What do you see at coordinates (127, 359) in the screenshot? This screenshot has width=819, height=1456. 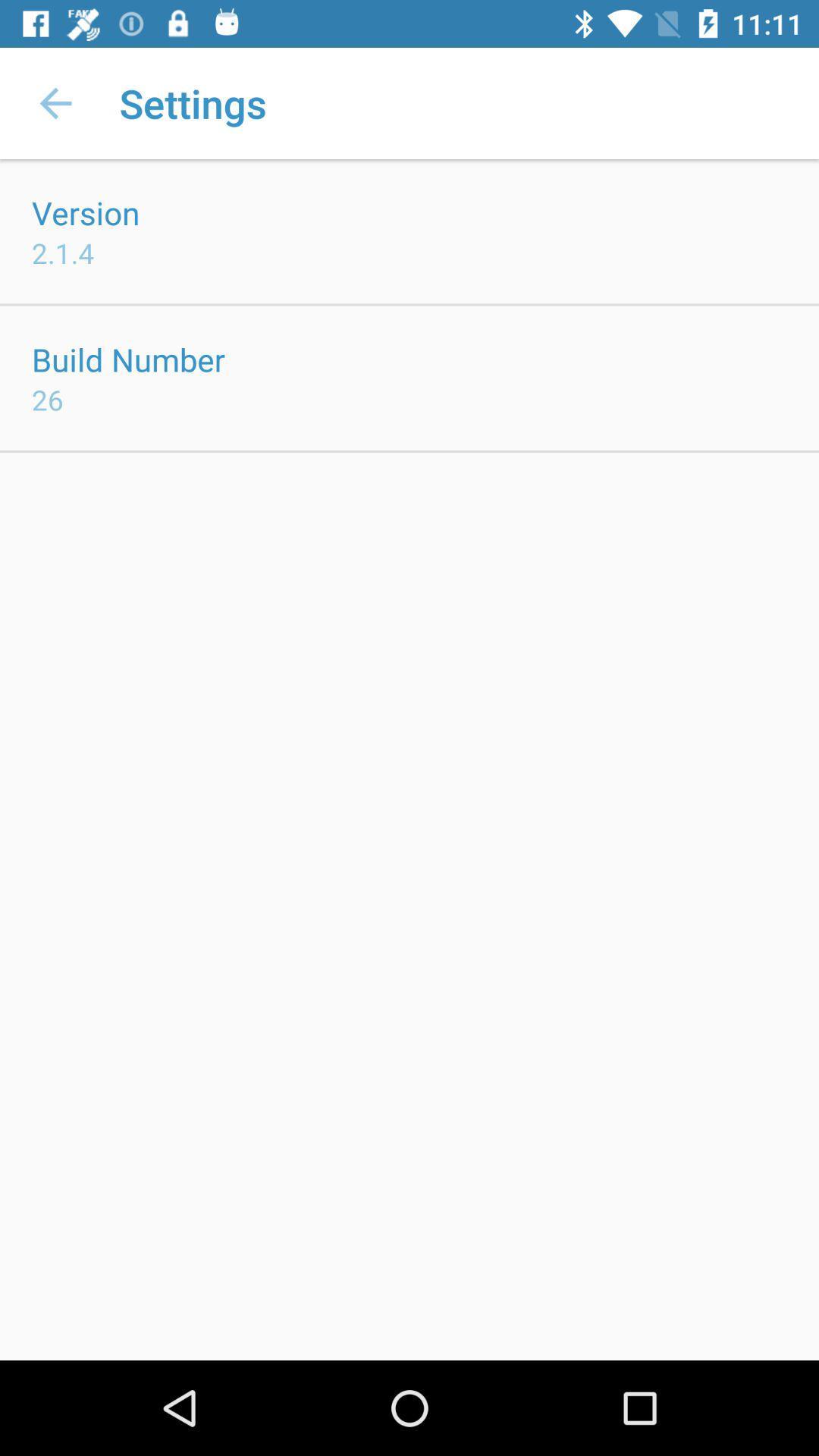 I see `icon above the 26 icon` at bounding box center [127, 359].